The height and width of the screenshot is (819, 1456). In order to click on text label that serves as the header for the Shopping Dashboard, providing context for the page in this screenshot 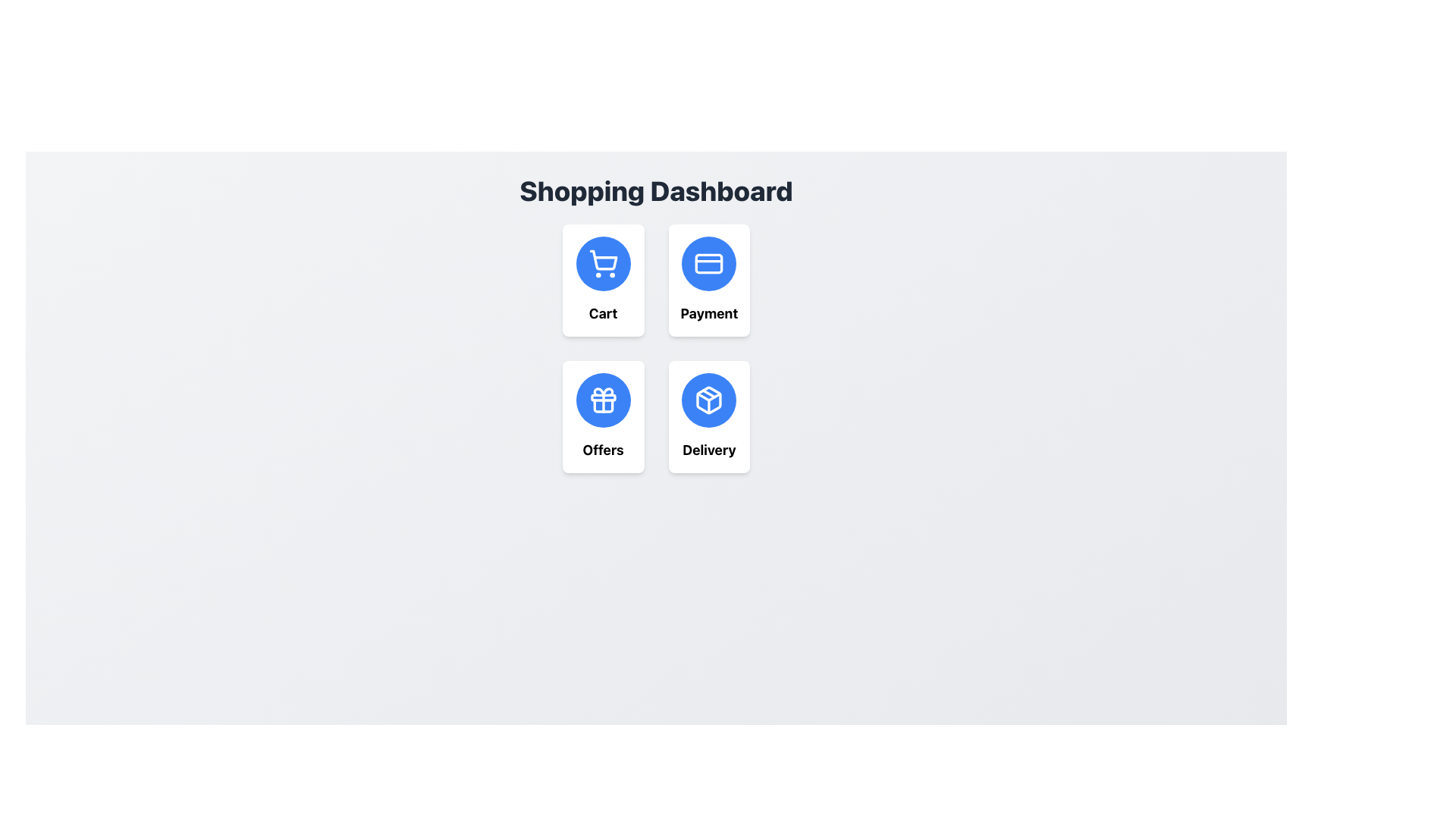, I will do `click(656, 190)`.